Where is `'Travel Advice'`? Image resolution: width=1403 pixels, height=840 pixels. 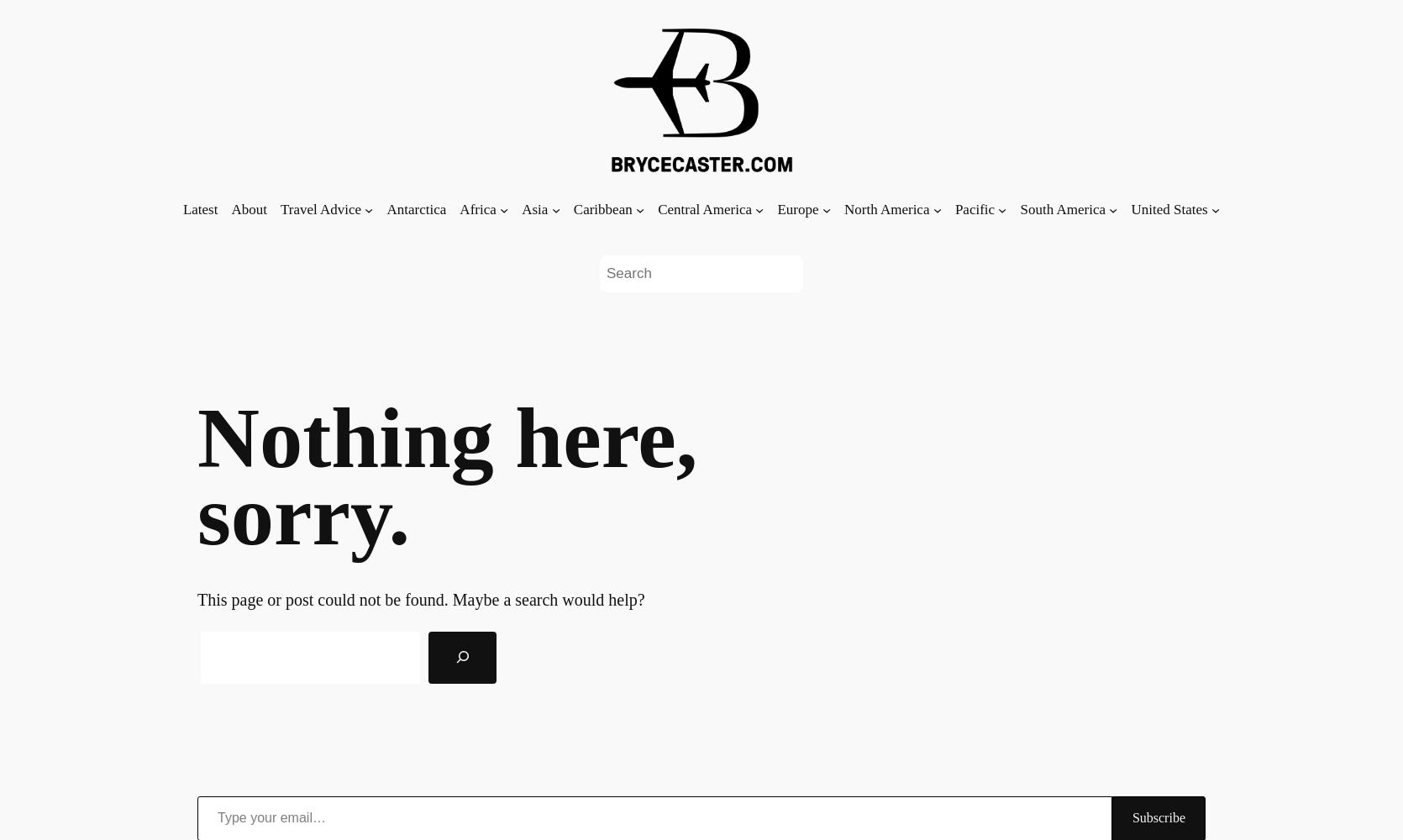 'Travel Advice' is located at coordinates (320, 208).